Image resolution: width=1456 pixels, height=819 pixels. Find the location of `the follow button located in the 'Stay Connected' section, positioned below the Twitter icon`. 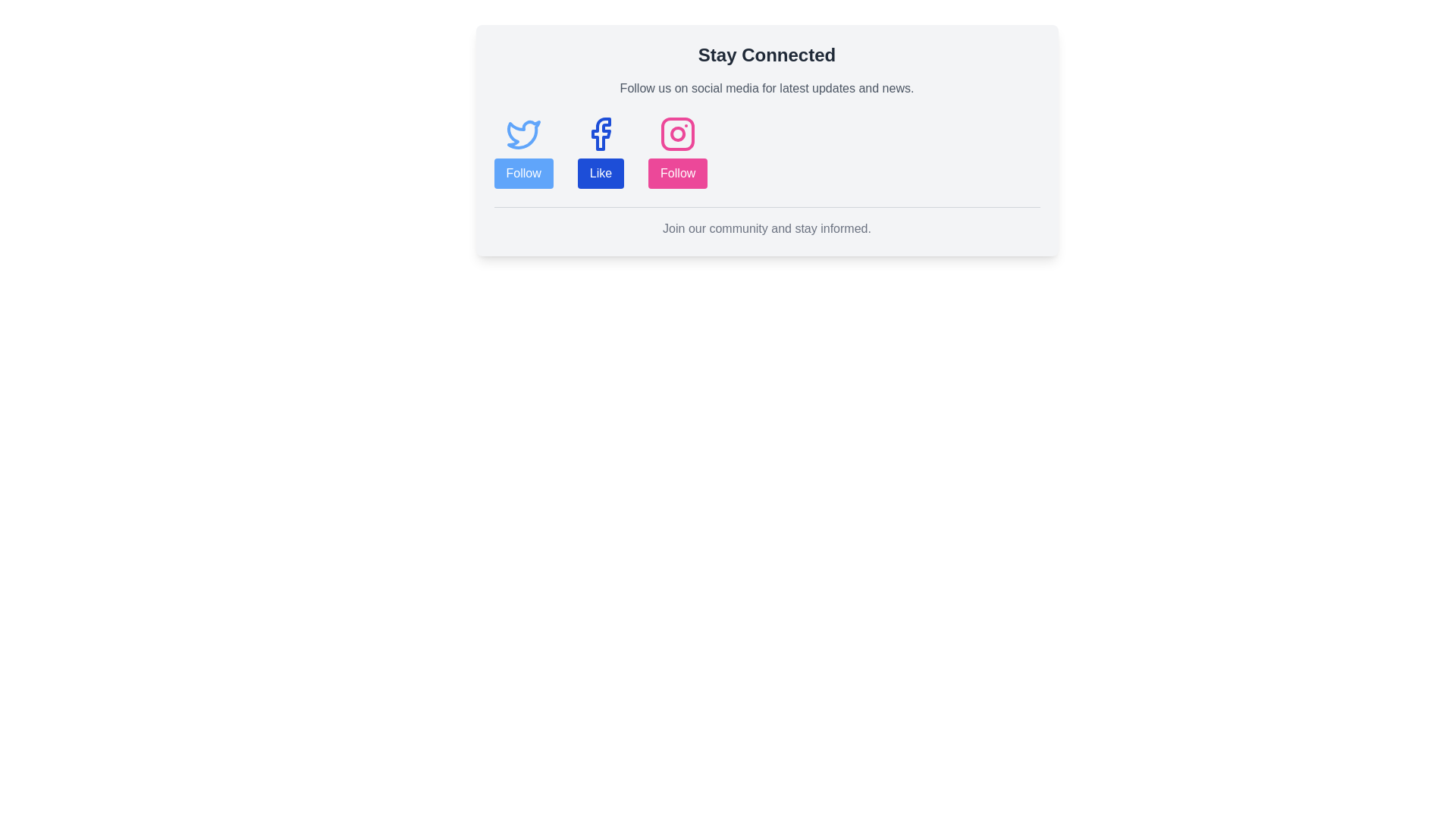

the follow button located in the 'Stay Connected' section, positioned below the Twitter icon is located at coordinates (523, 172).